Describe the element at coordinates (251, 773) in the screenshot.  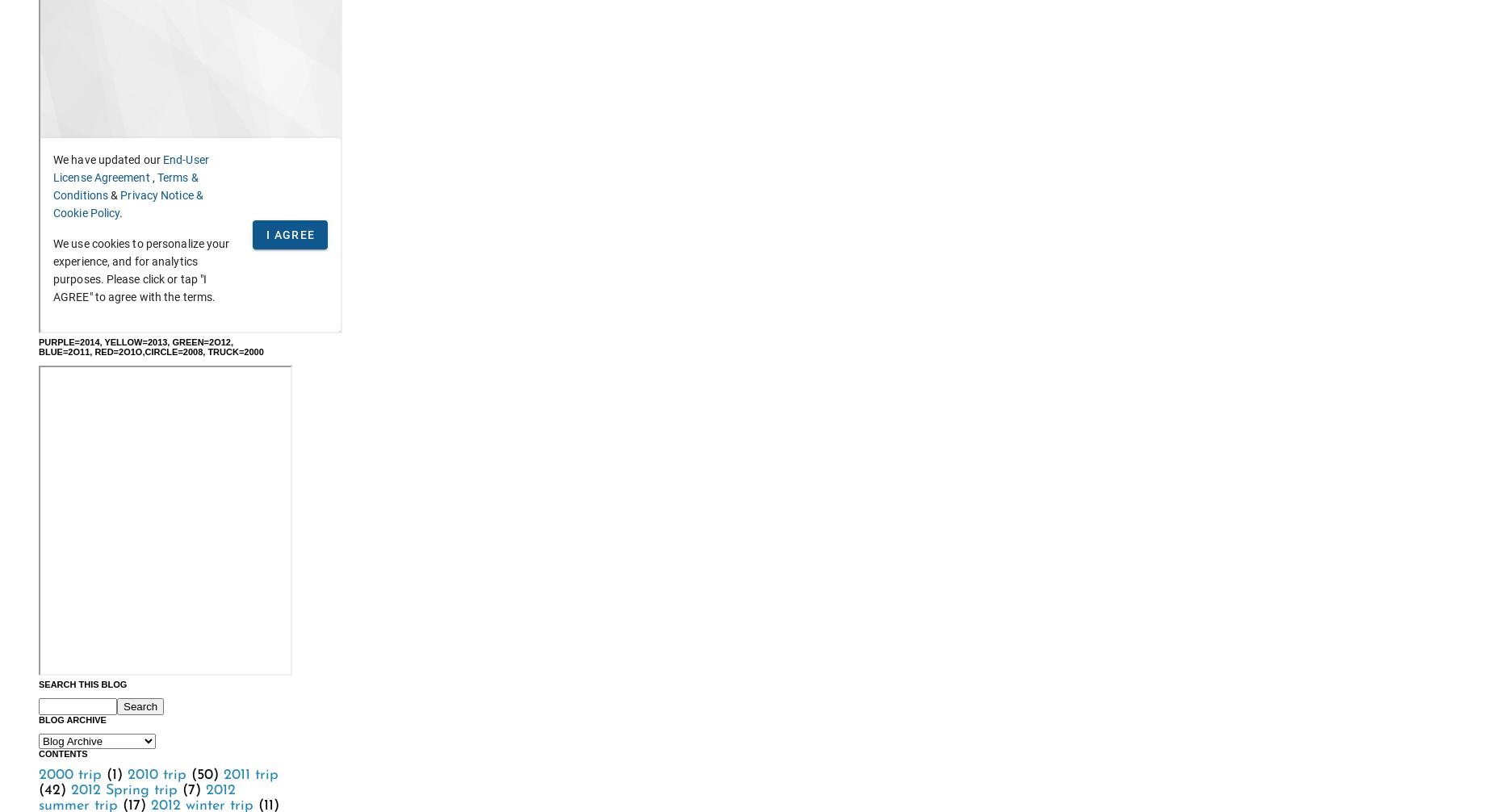
I see `'2011 trip'` at that location.